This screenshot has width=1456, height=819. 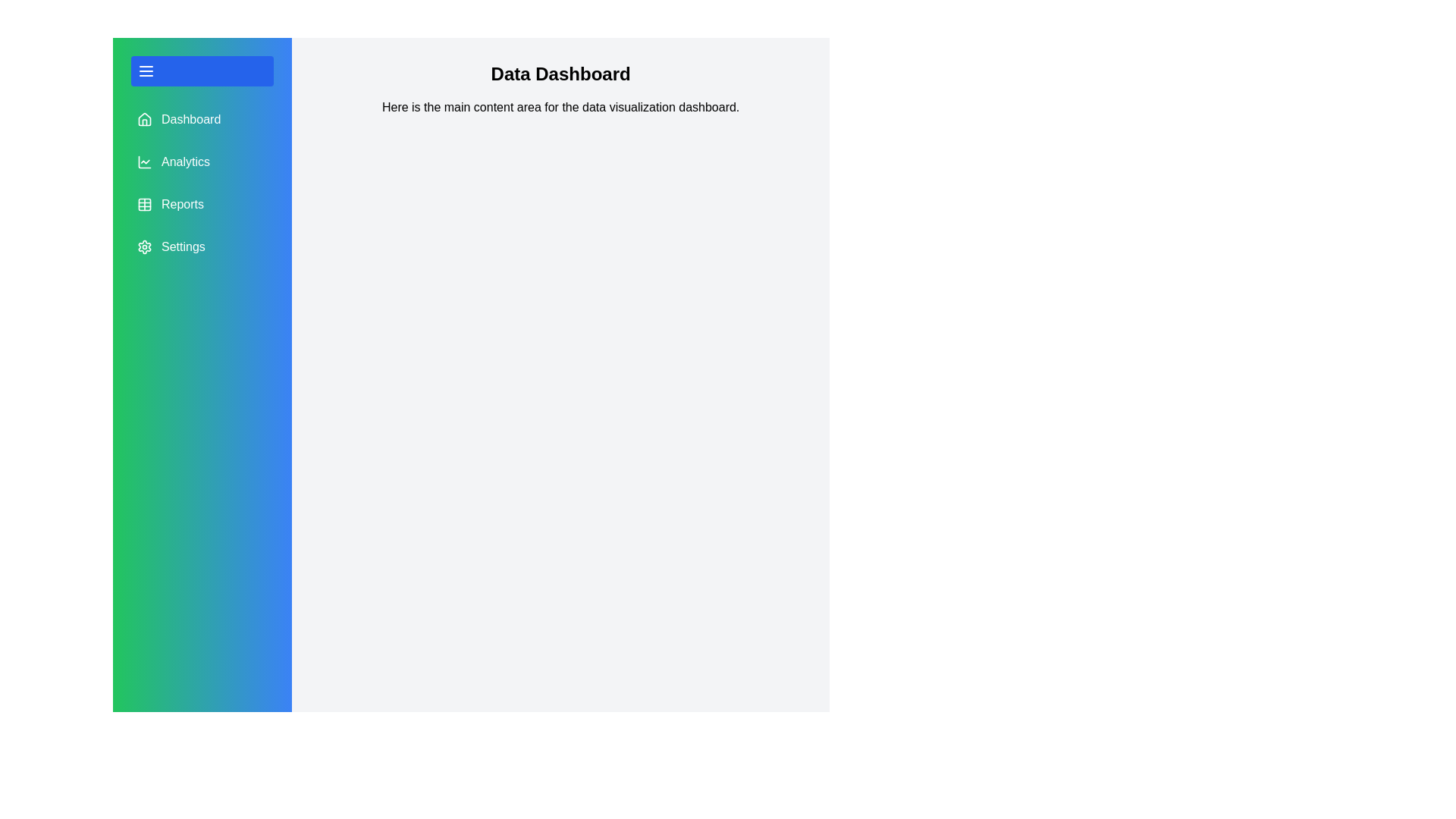 I want to click on the menu item Analytics in the side drawer, so click(x=202, y=162).